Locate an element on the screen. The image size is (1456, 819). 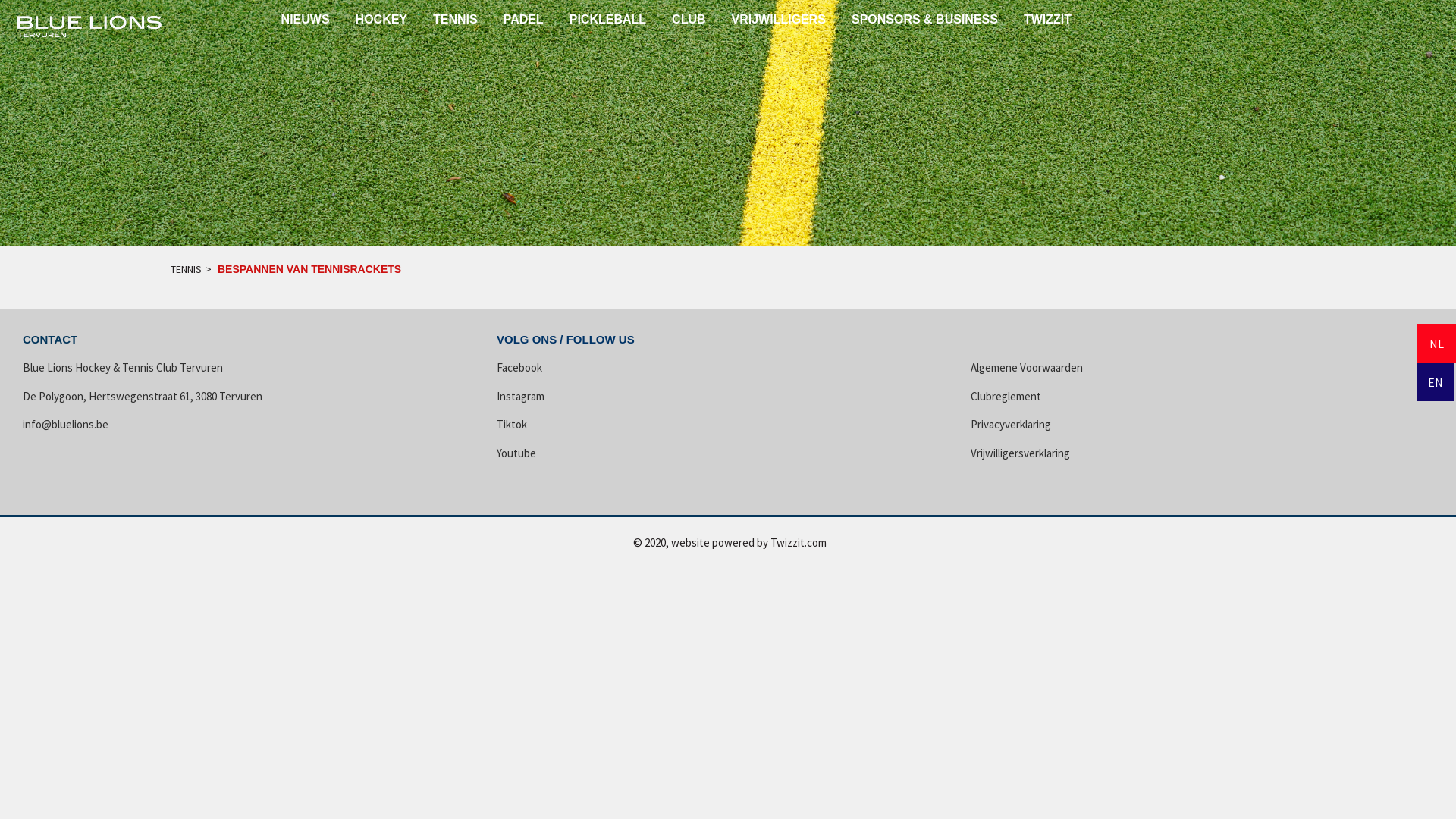
'BESPANNEN VAN TENNISRACKETS' is located at coordinates (217, 268).